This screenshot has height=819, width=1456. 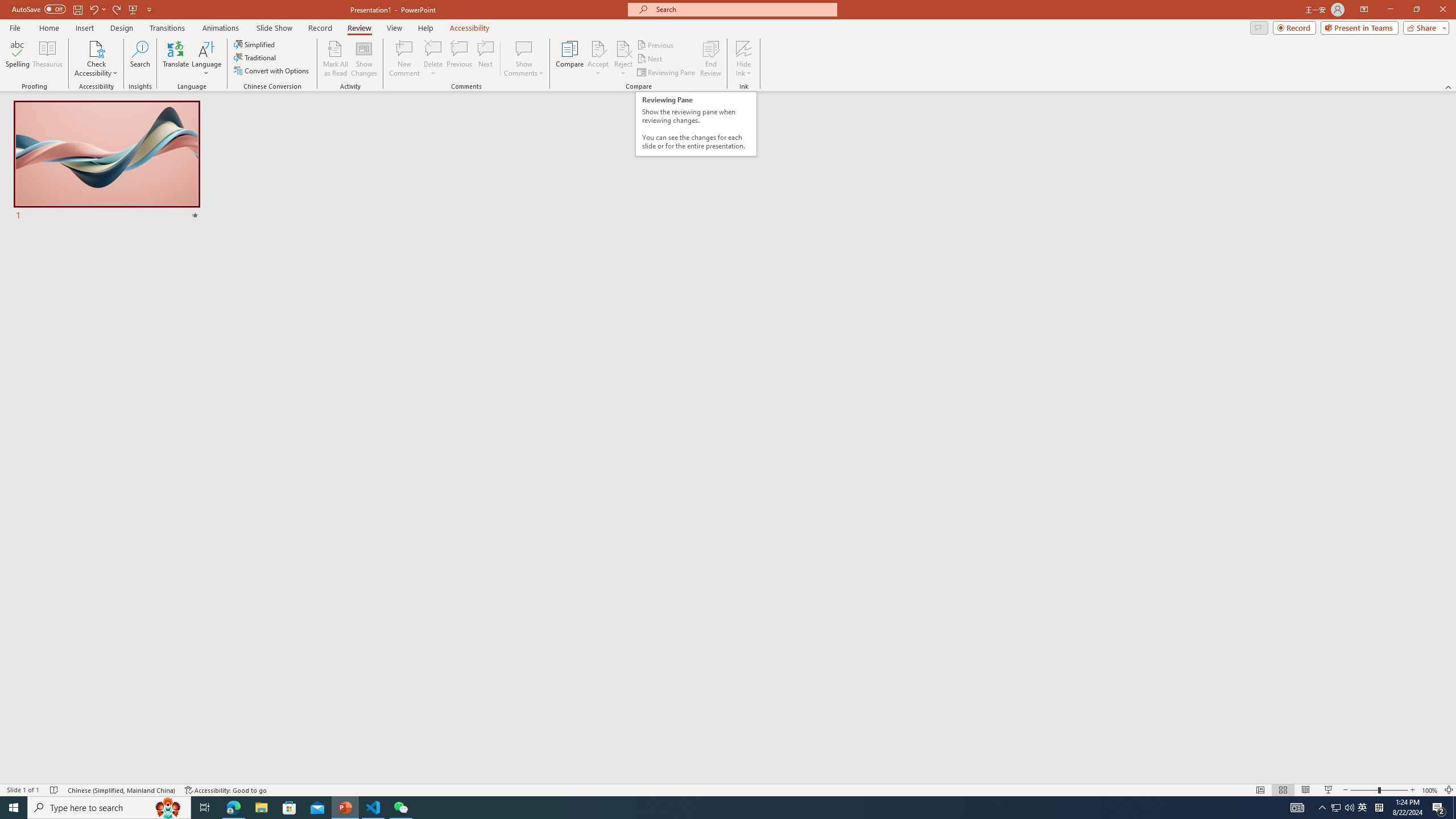 I want to click on 'Convert with Options...', so click(x=271, y=69).